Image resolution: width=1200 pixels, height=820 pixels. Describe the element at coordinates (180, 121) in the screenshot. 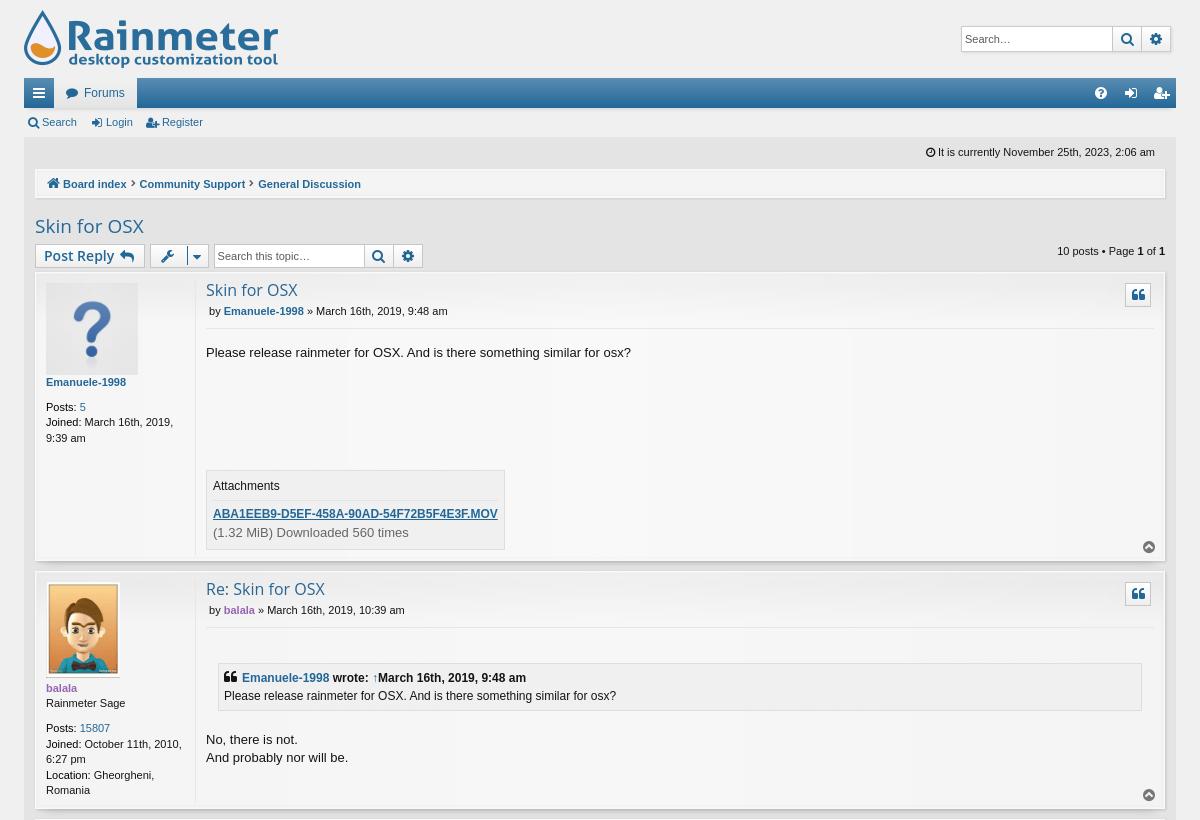

I see `'Register'` at that location.